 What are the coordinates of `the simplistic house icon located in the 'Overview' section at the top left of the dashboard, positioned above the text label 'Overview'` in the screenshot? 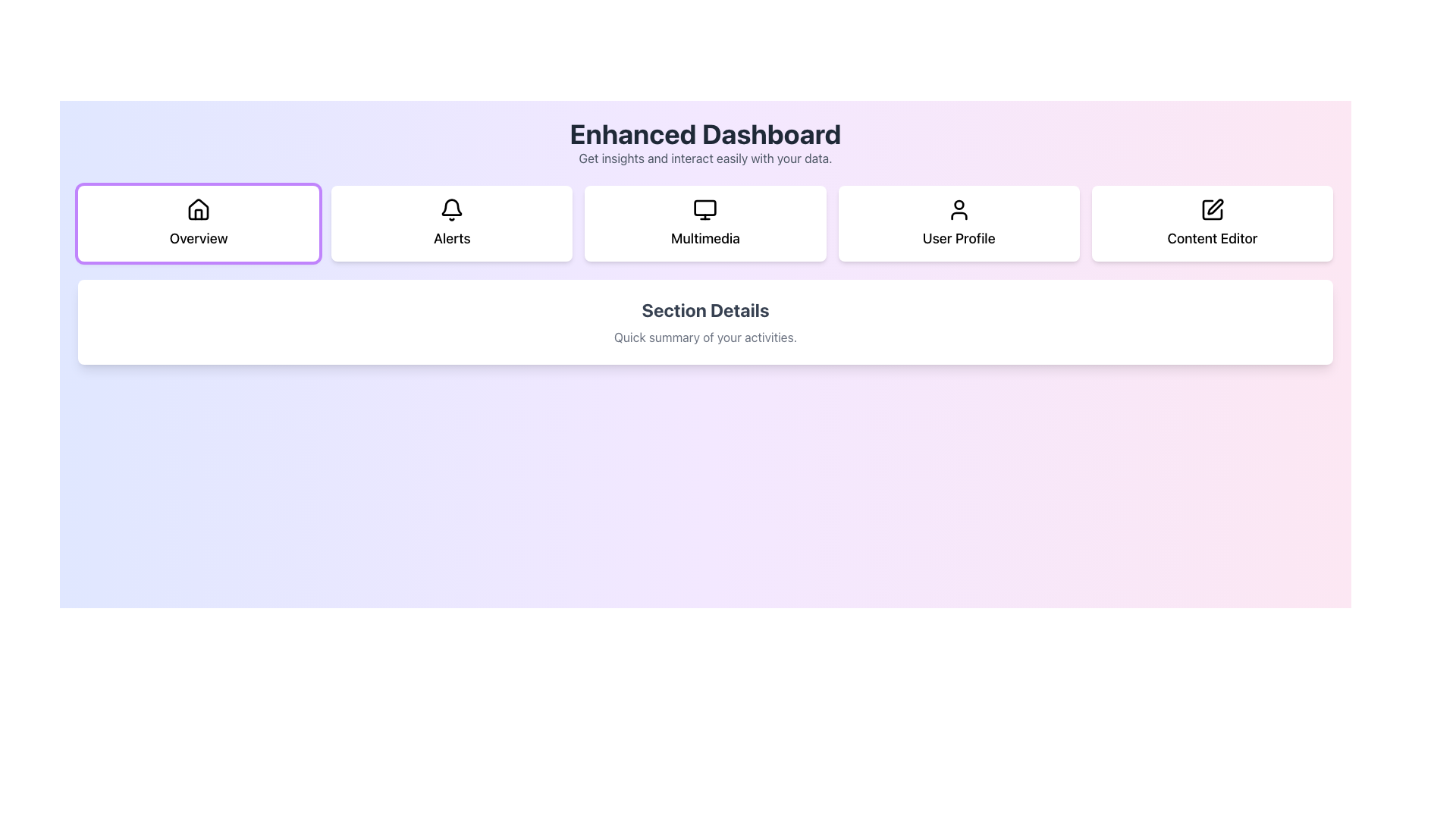 It's located at (198, 209).